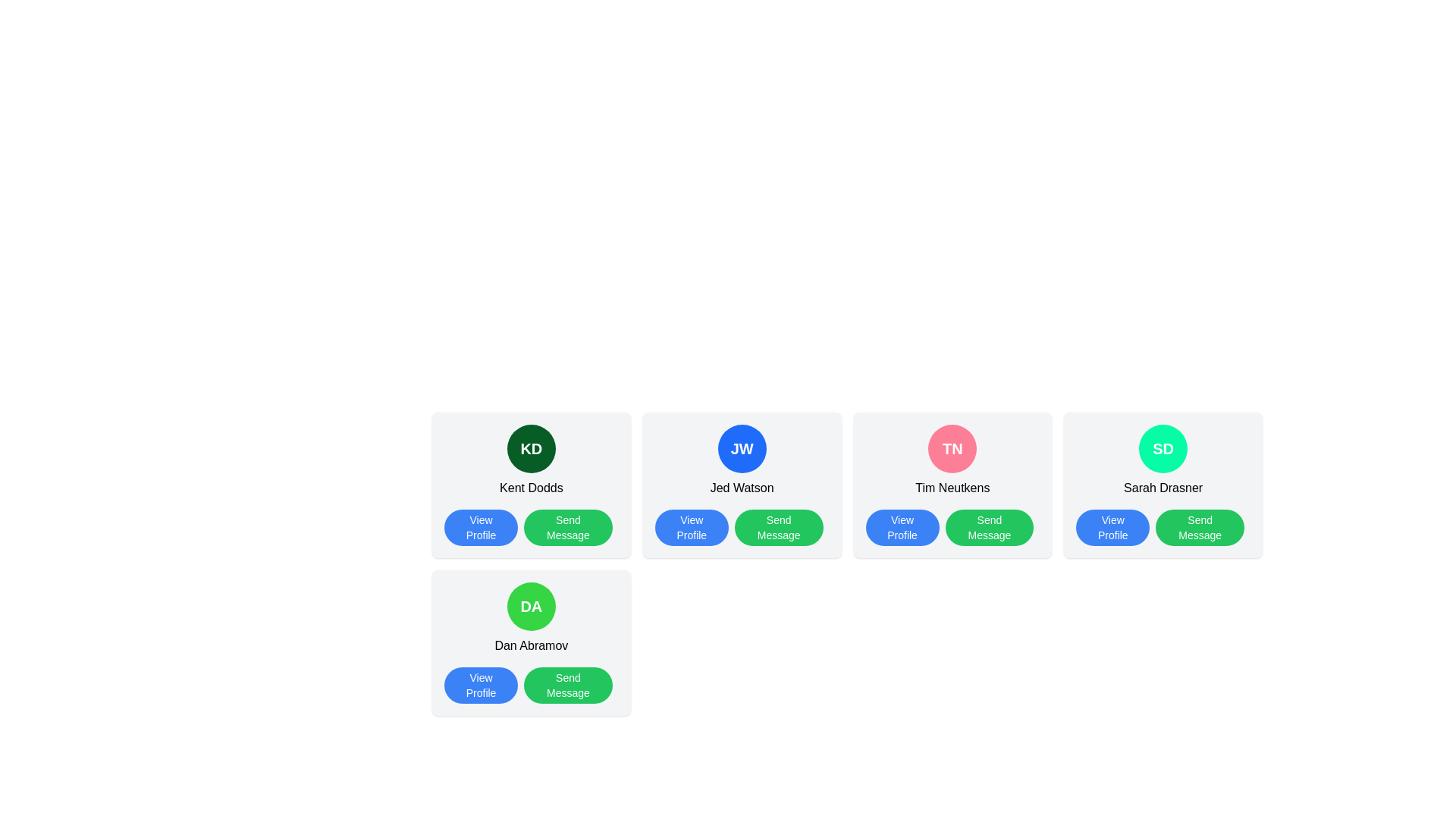 This screenshot has width=1456, height=819. I want to click on the blue button labeled 'View Profile' to observe the hover effect, which changes its background color slightly. This button is located within the profile card of 'Sarah Drasner', positioned to the left of the 'Send Message' button, so click(1112, 526).